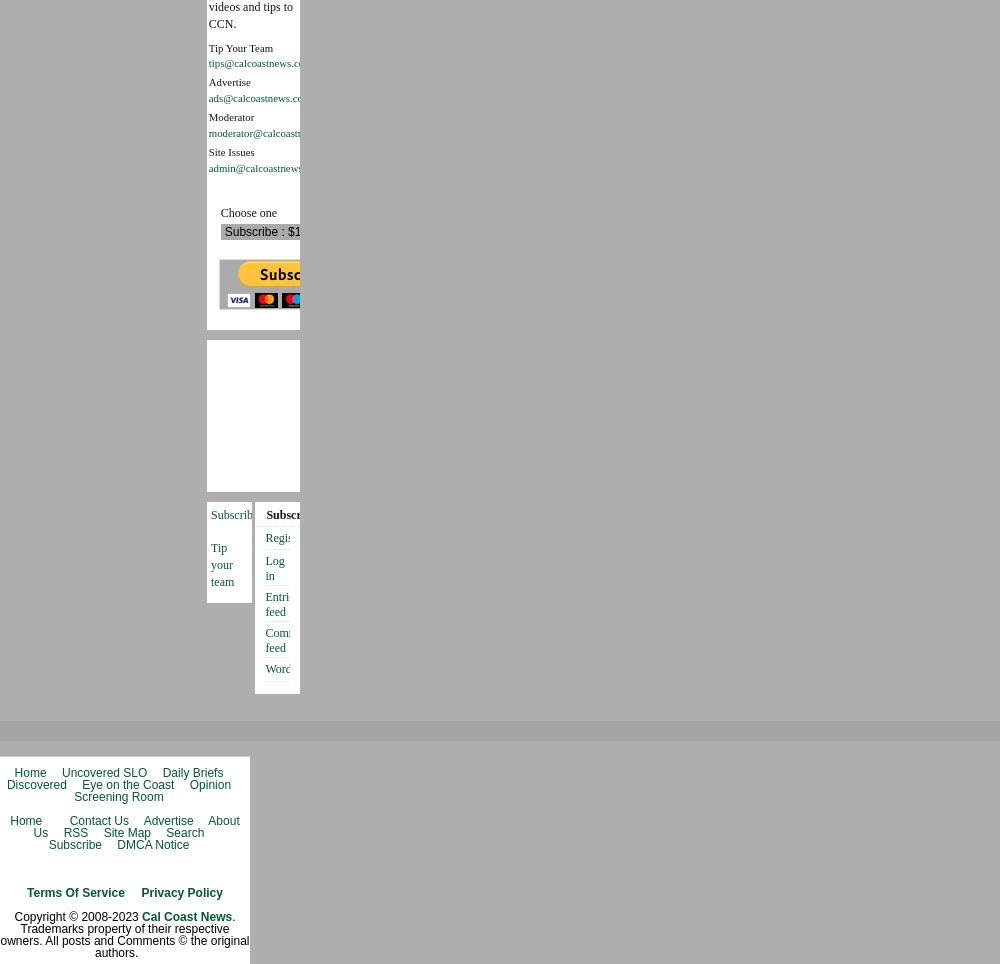  Describe the element at coordinates (265, 567) in the screenshot. I see `'Log in'` at that location.